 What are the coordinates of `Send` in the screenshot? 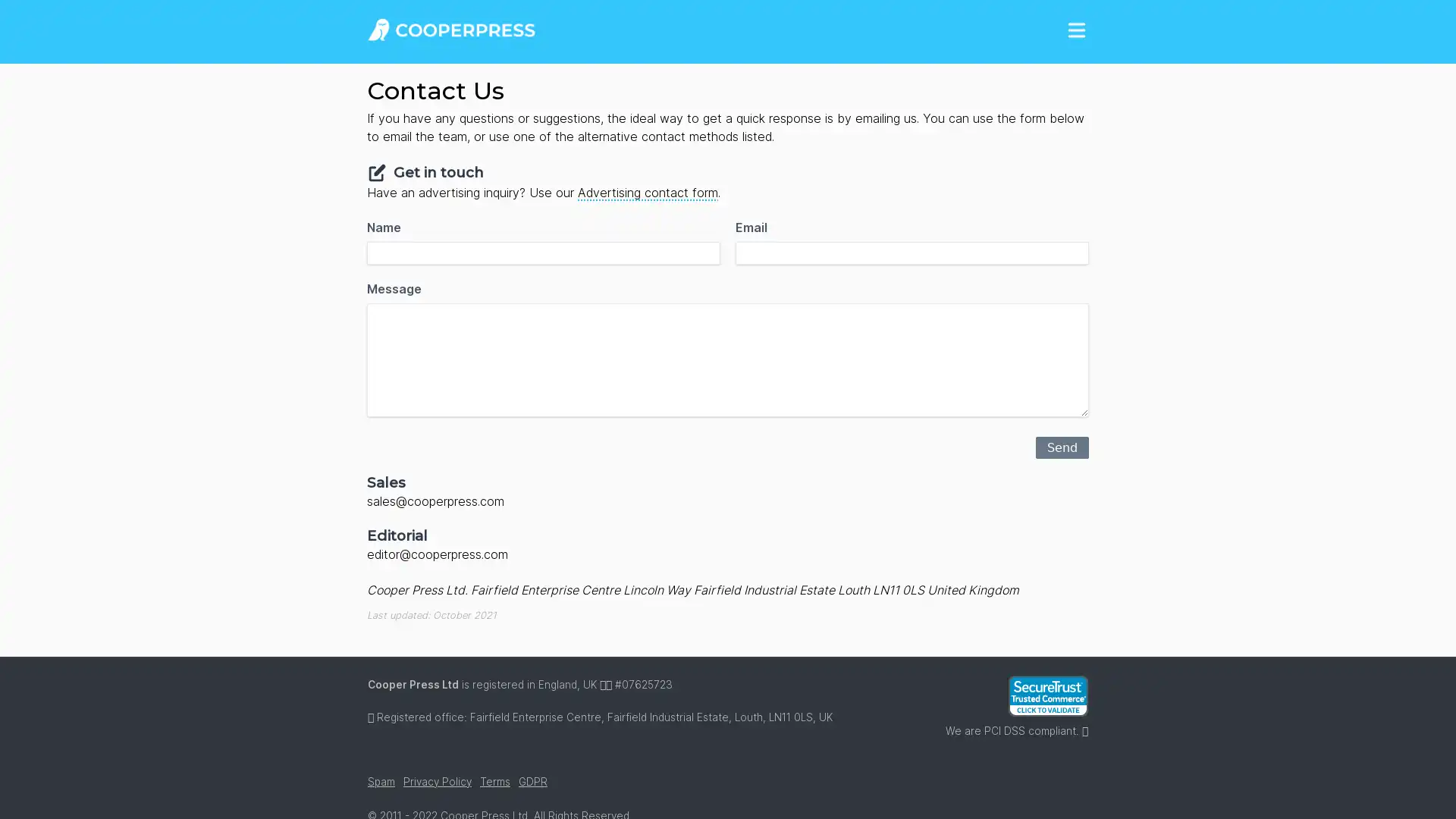 It's located at (1062, 446).